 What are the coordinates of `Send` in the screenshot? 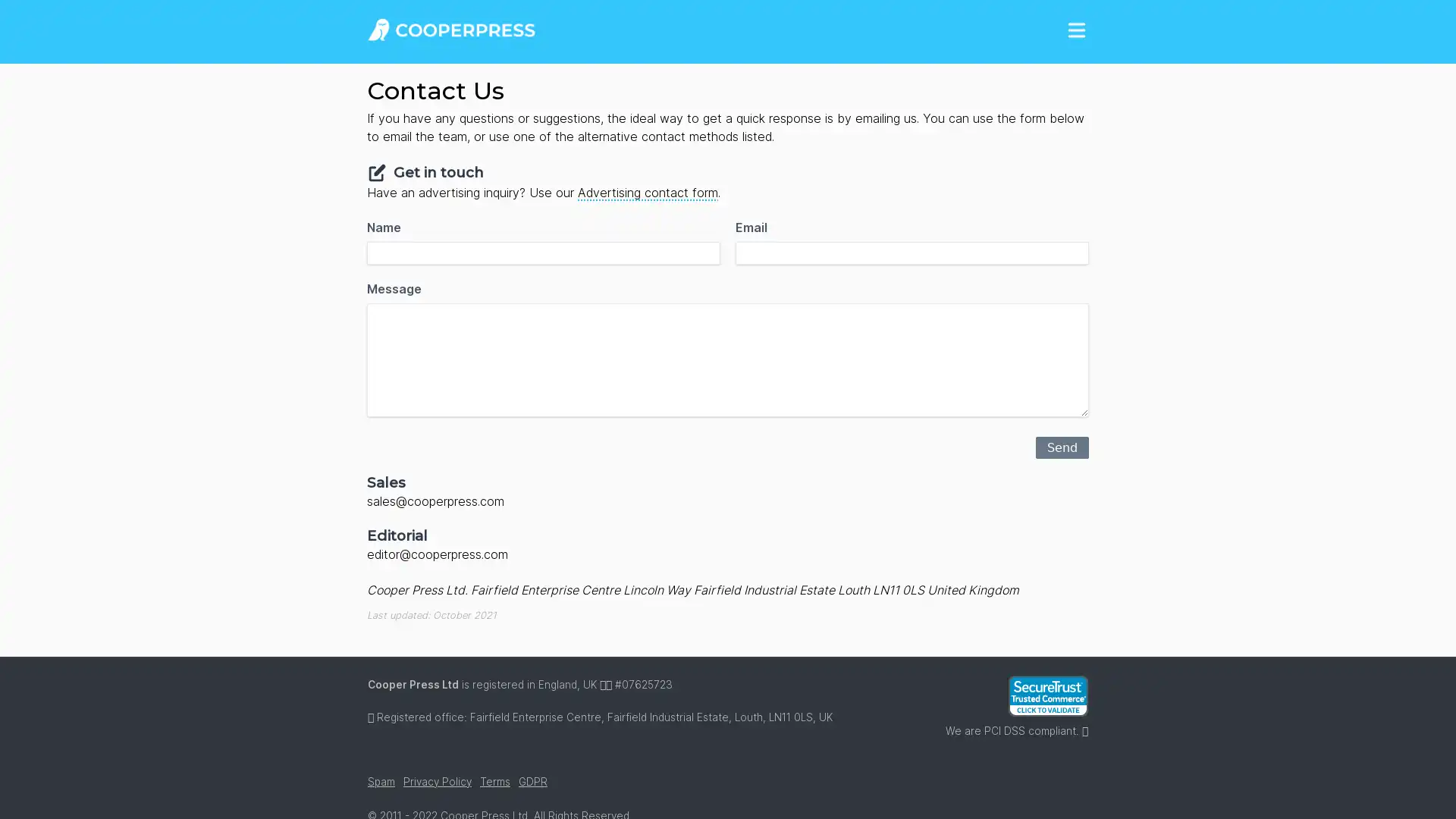 It's located at (1062, 446).